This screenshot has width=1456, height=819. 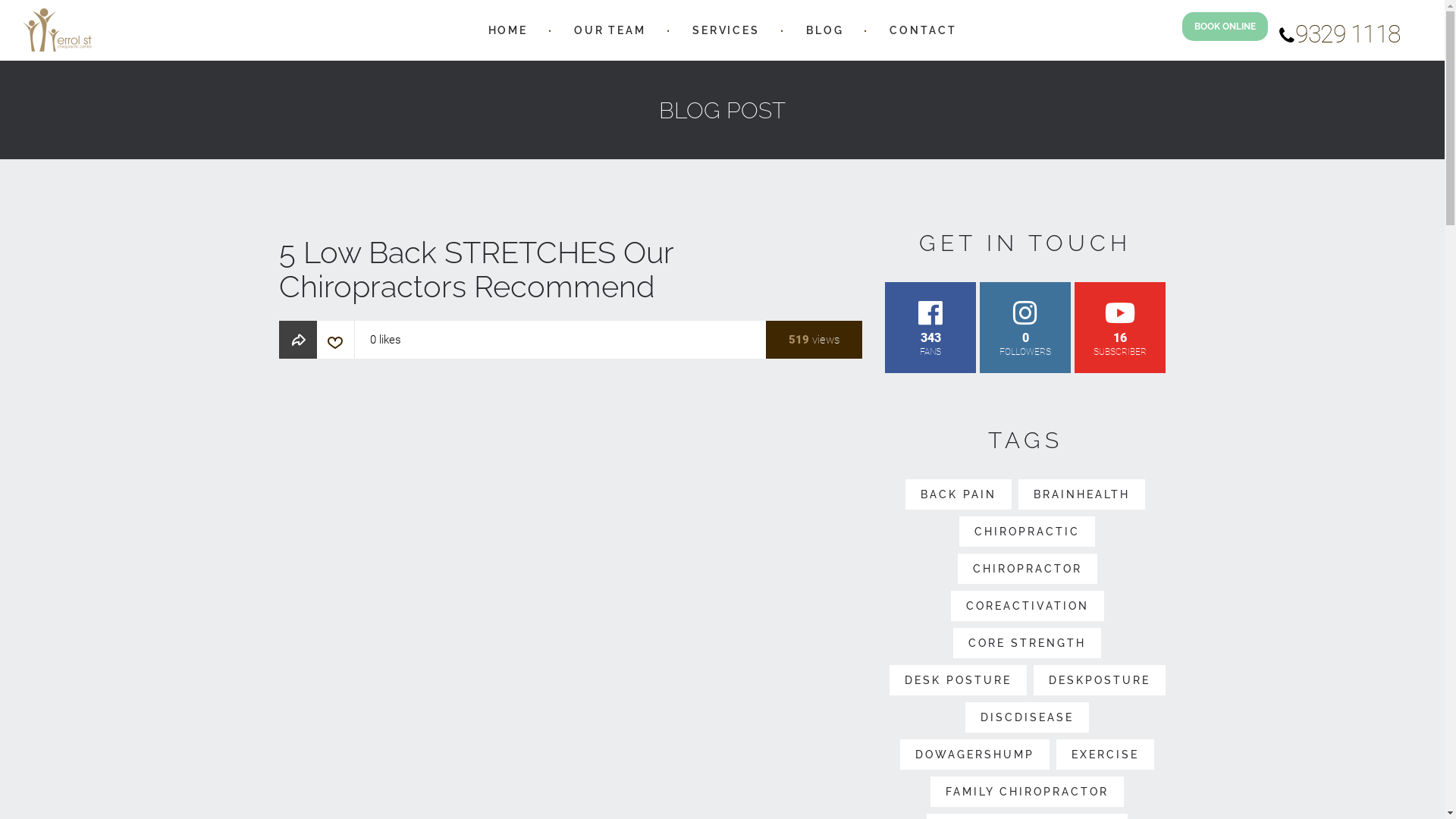 I want to click on 'FAMILY CHIROPRACTOR', so click(x=1027, y=791).